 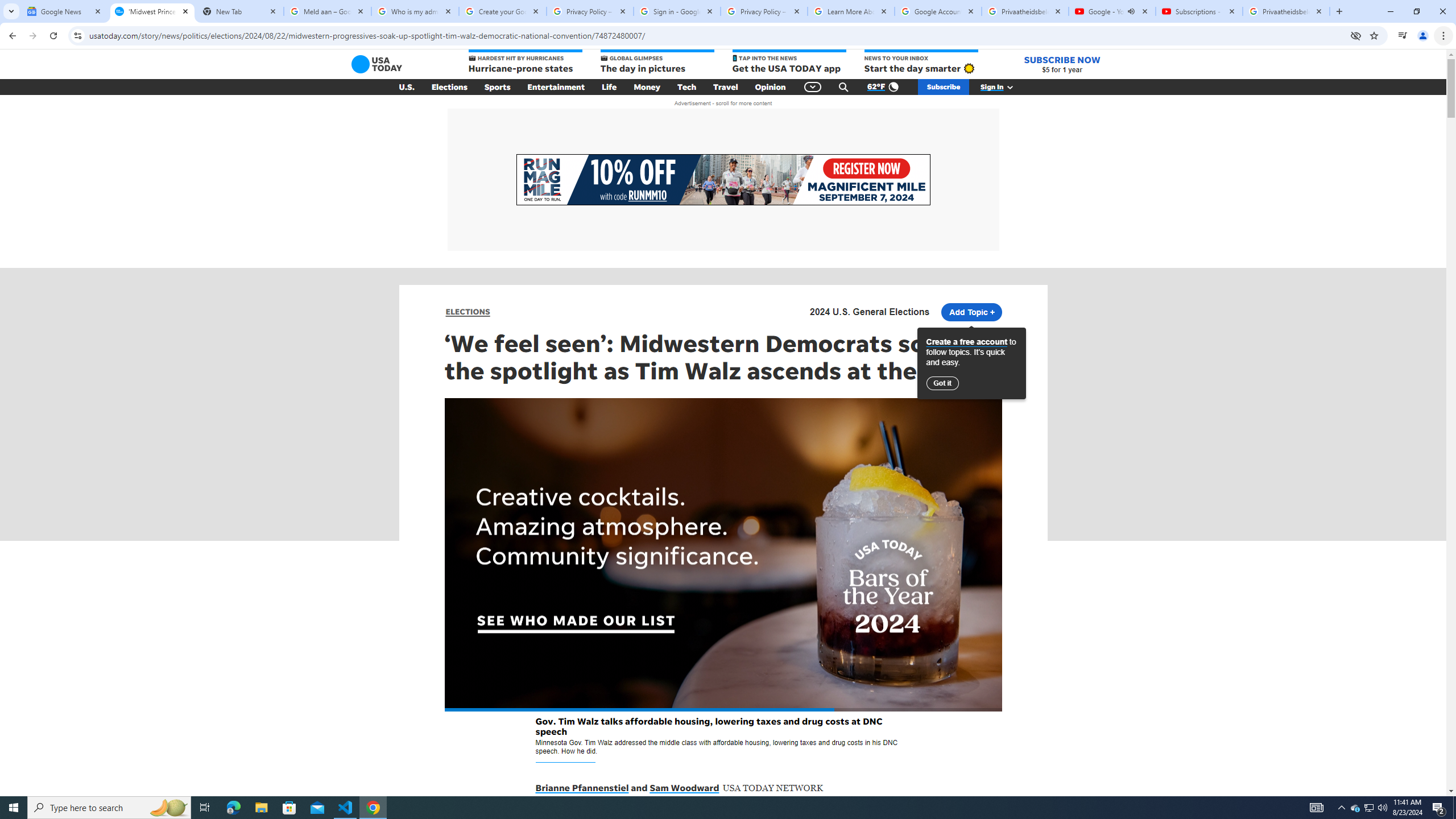 I want to click on 'Sign in - Google Accounts', so click(x=677, y=11).